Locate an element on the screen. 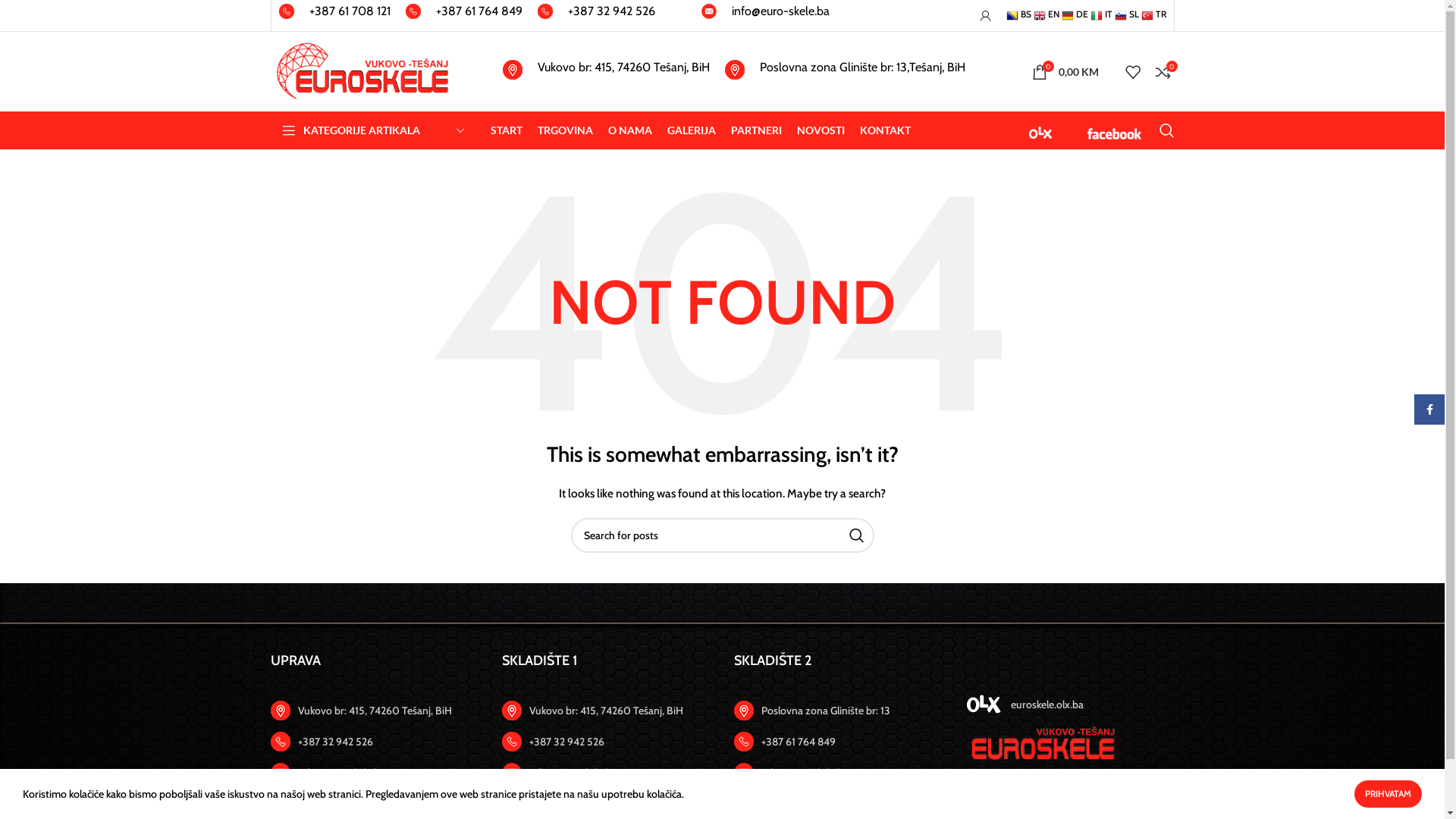 The height and width of the screenshot is (819, 1456). 'mailred' is located at coordinates (700, 11).